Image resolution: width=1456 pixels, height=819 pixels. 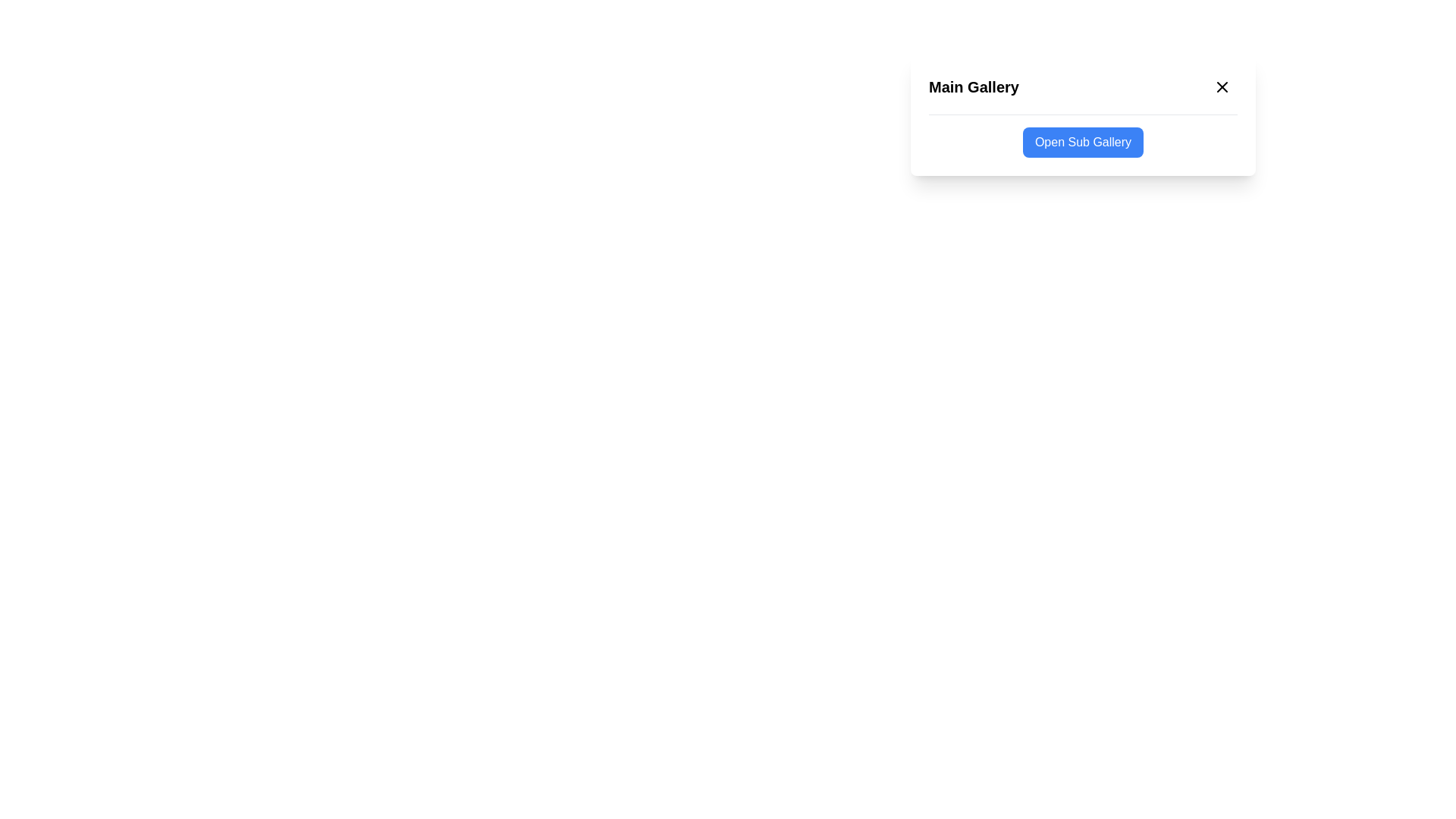 What do you see at coordinates (1082, 143) in the screenshot?
I see `the button located below the dividing line and under the text 'Main Gallery'` at bounding box center [1082, 143].